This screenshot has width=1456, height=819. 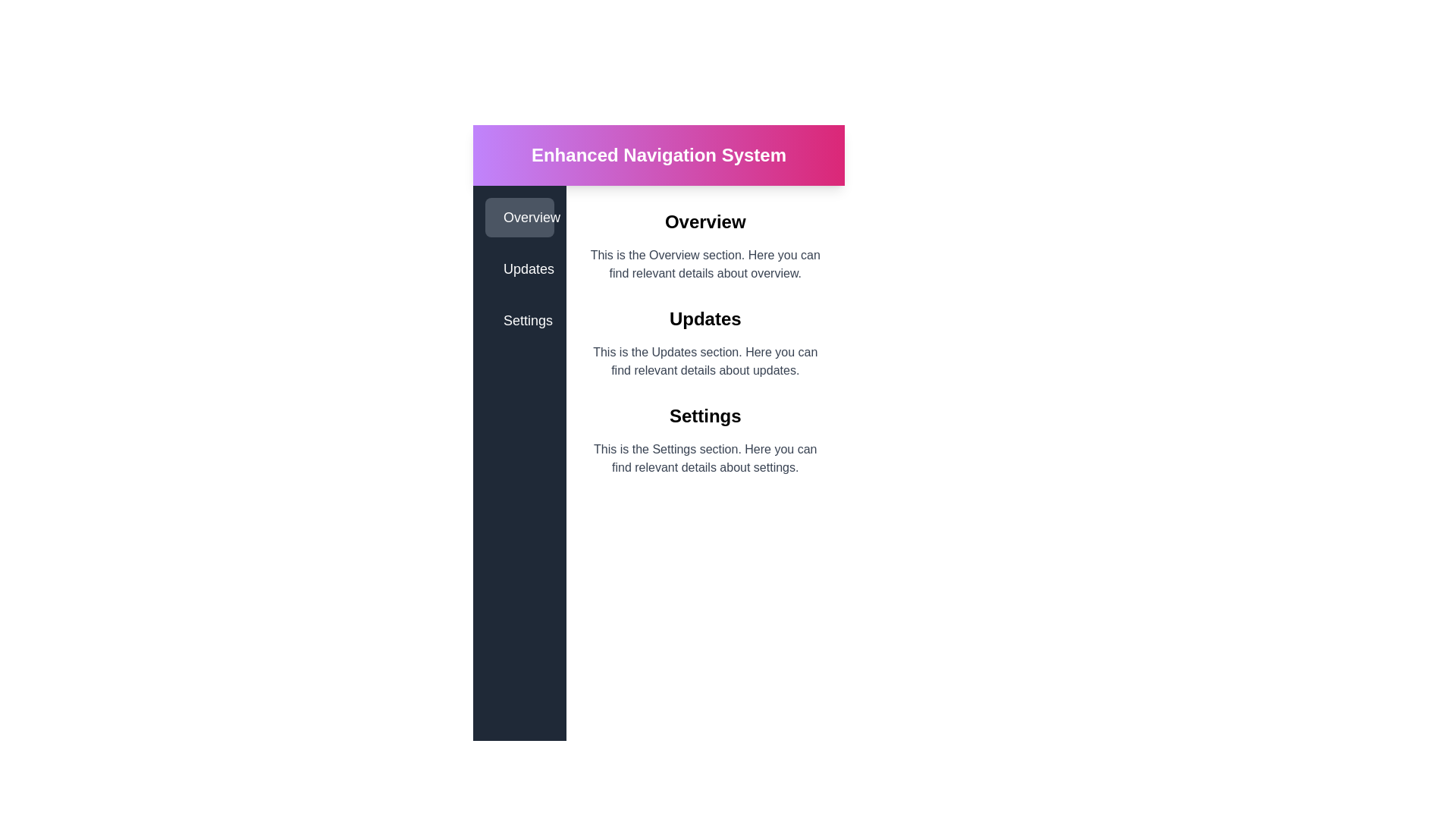 What do you see at coordinates (704, 263) in the screenshot?
I see `explanatory text content located in the 'Overview' section, which is positioned centrally below the main heading` at bounding box center [704, 263].